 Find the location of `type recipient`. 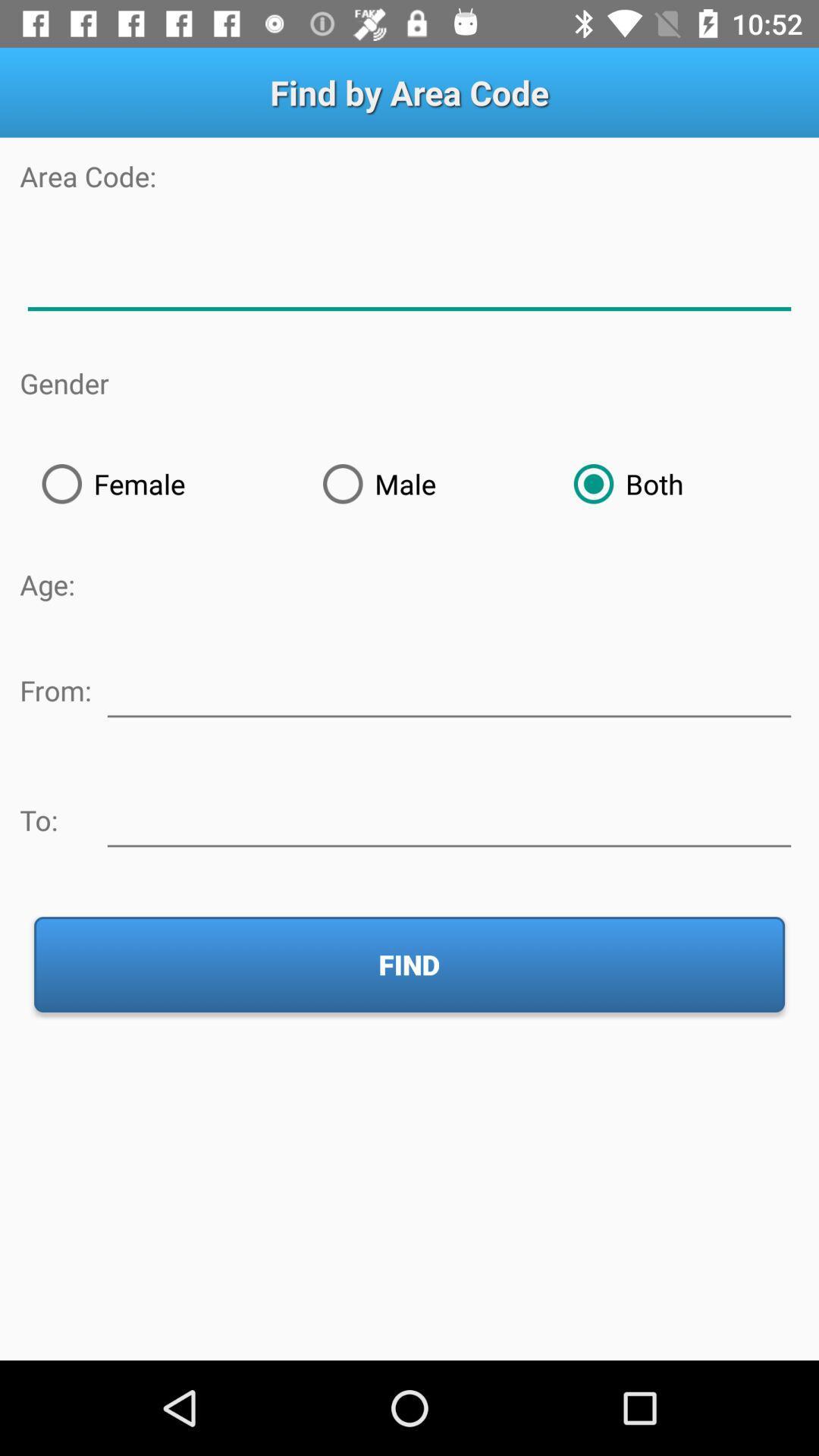

type recipient is located at coordinates (448, 817).